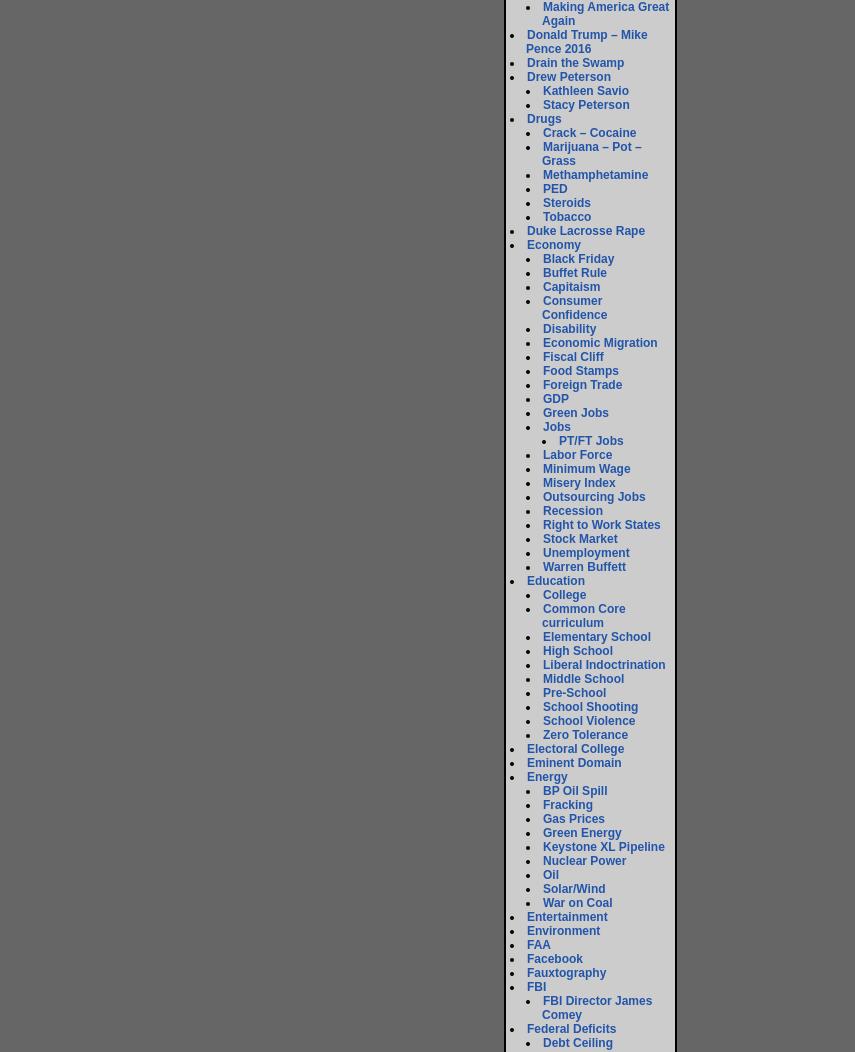 Image resolution: width=855 pixels, height=1052 pixels. I want to click on 'Solar/Wind', so click(572, 889).